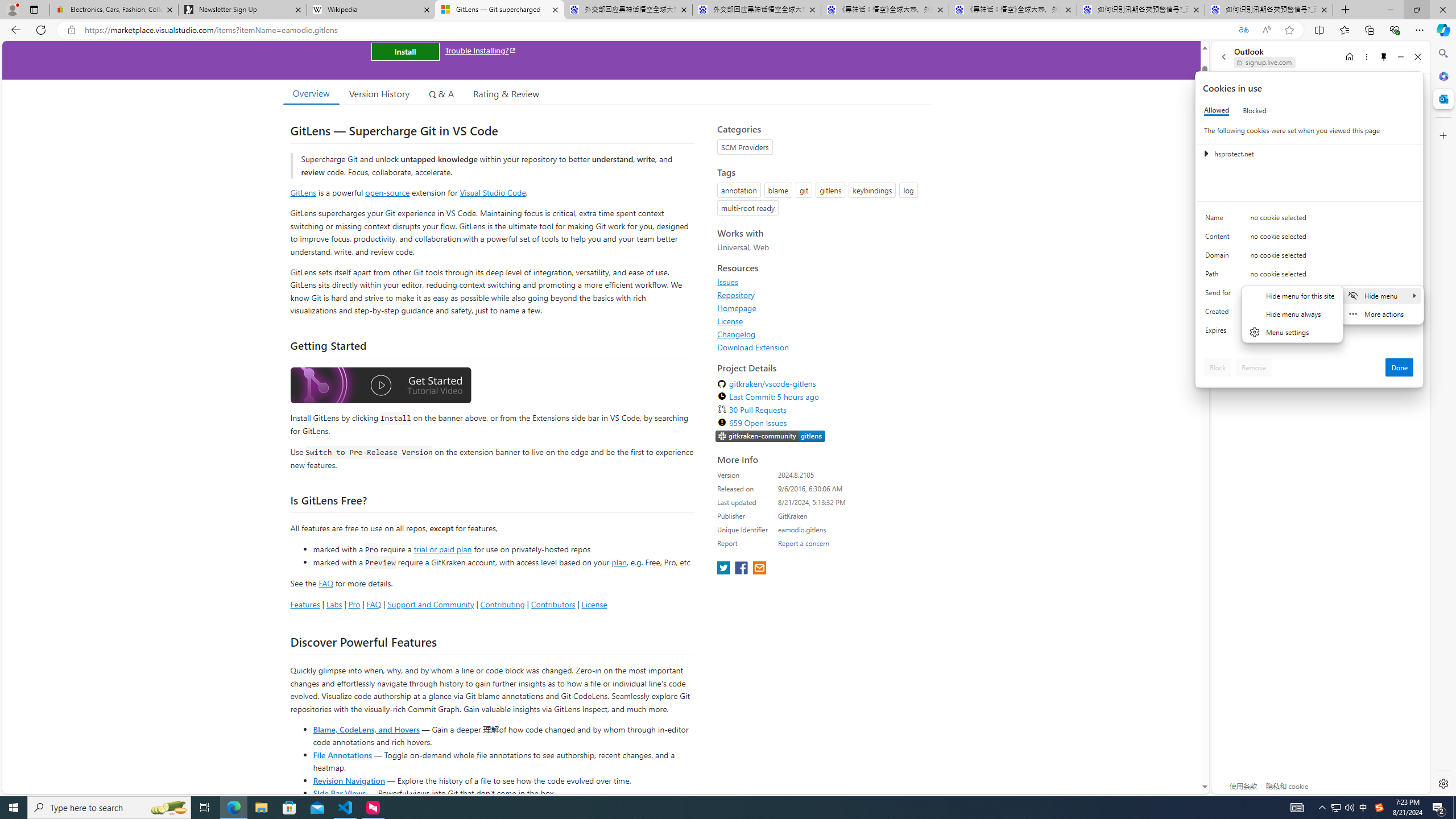 This screenshot has width=1456, height=819. I want to click on 'Name', so click(1219, 220).